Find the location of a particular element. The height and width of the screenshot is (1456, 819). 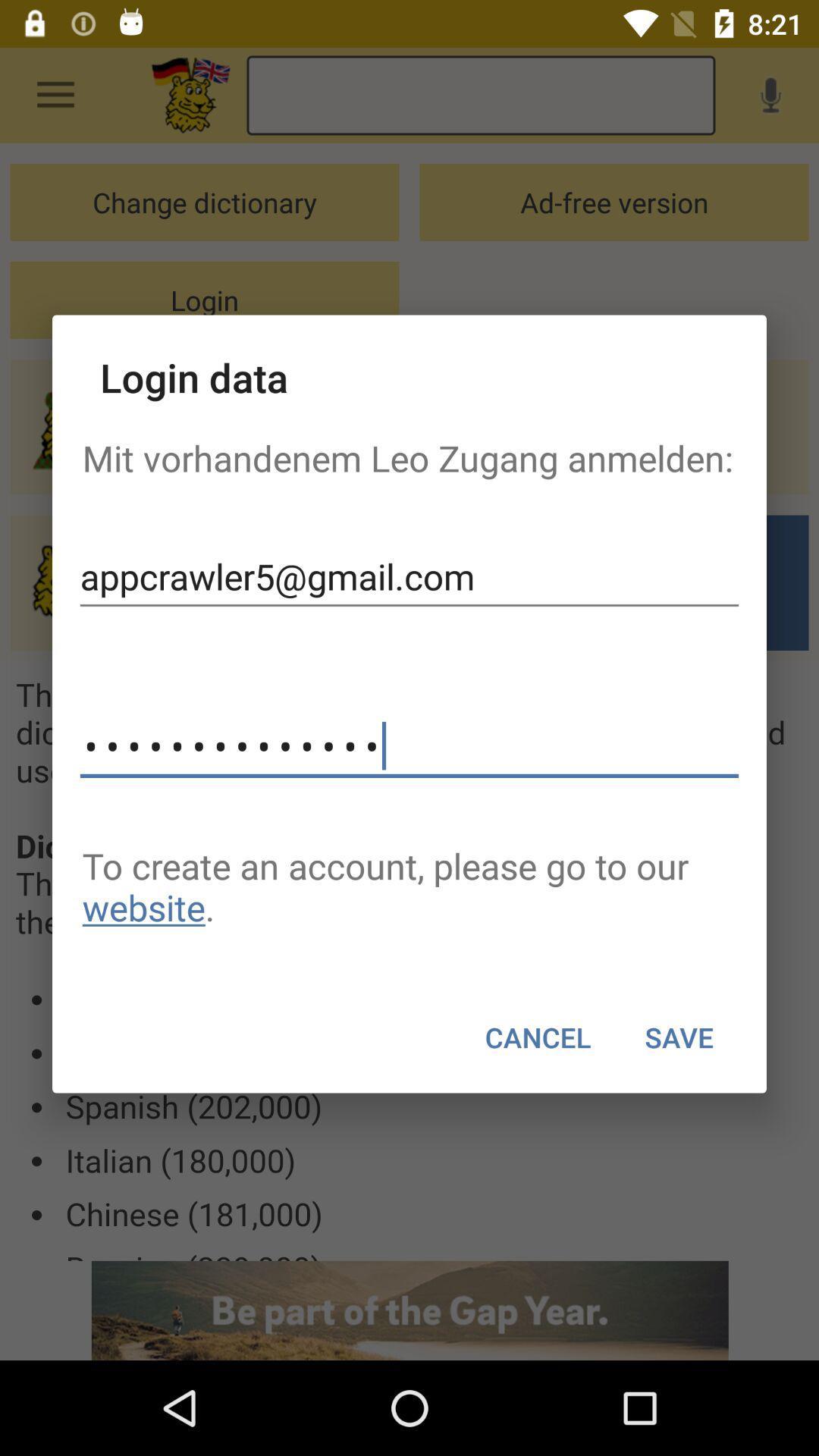

item below to create an icon is located at coordinates (678, 1037).